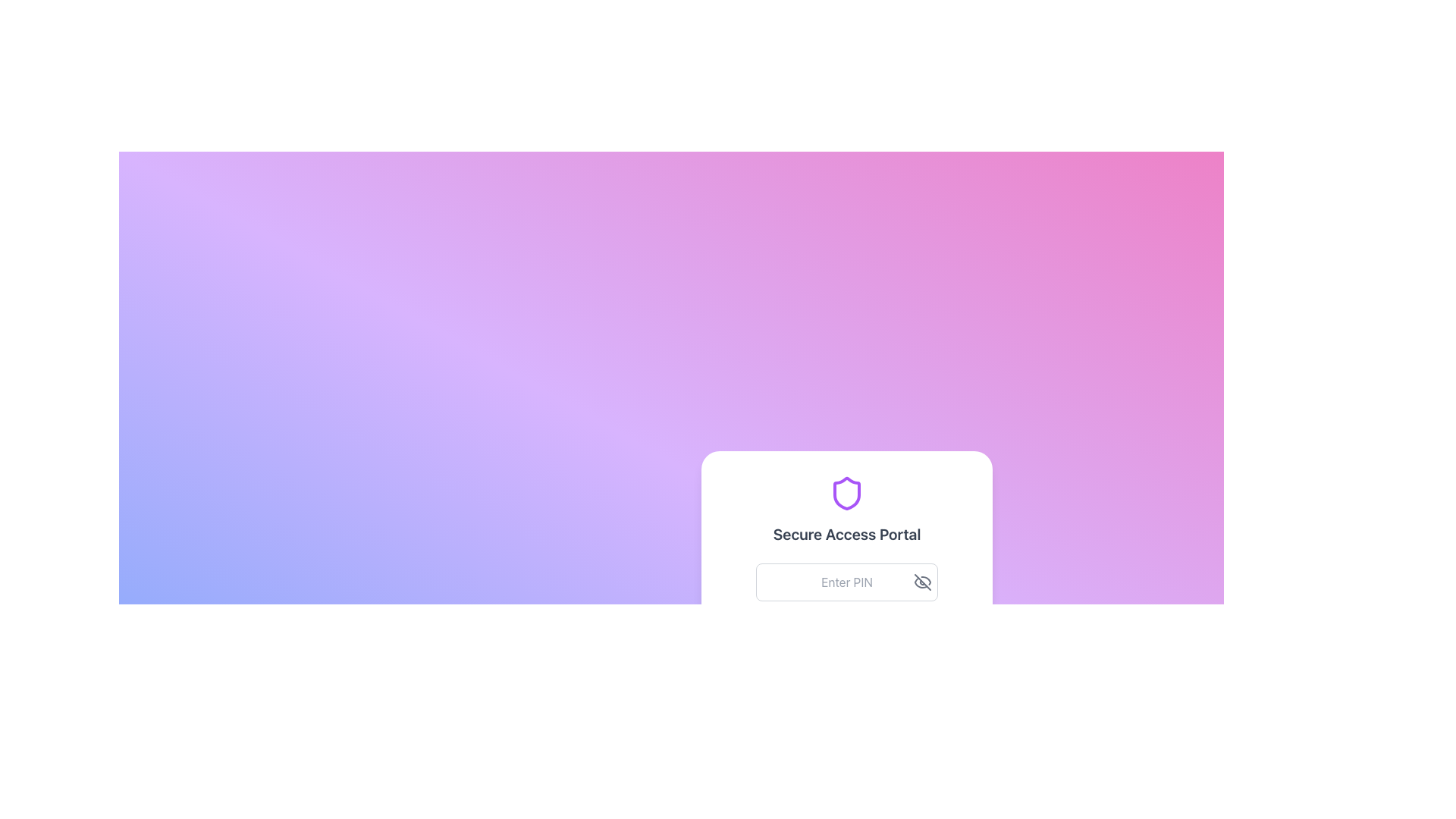  Describe the element at coordinates (922, 581) in the screenshot. I see `the visibility toggle button for the PIN field, which shows or hides the entered PIN when clicked` at that location.